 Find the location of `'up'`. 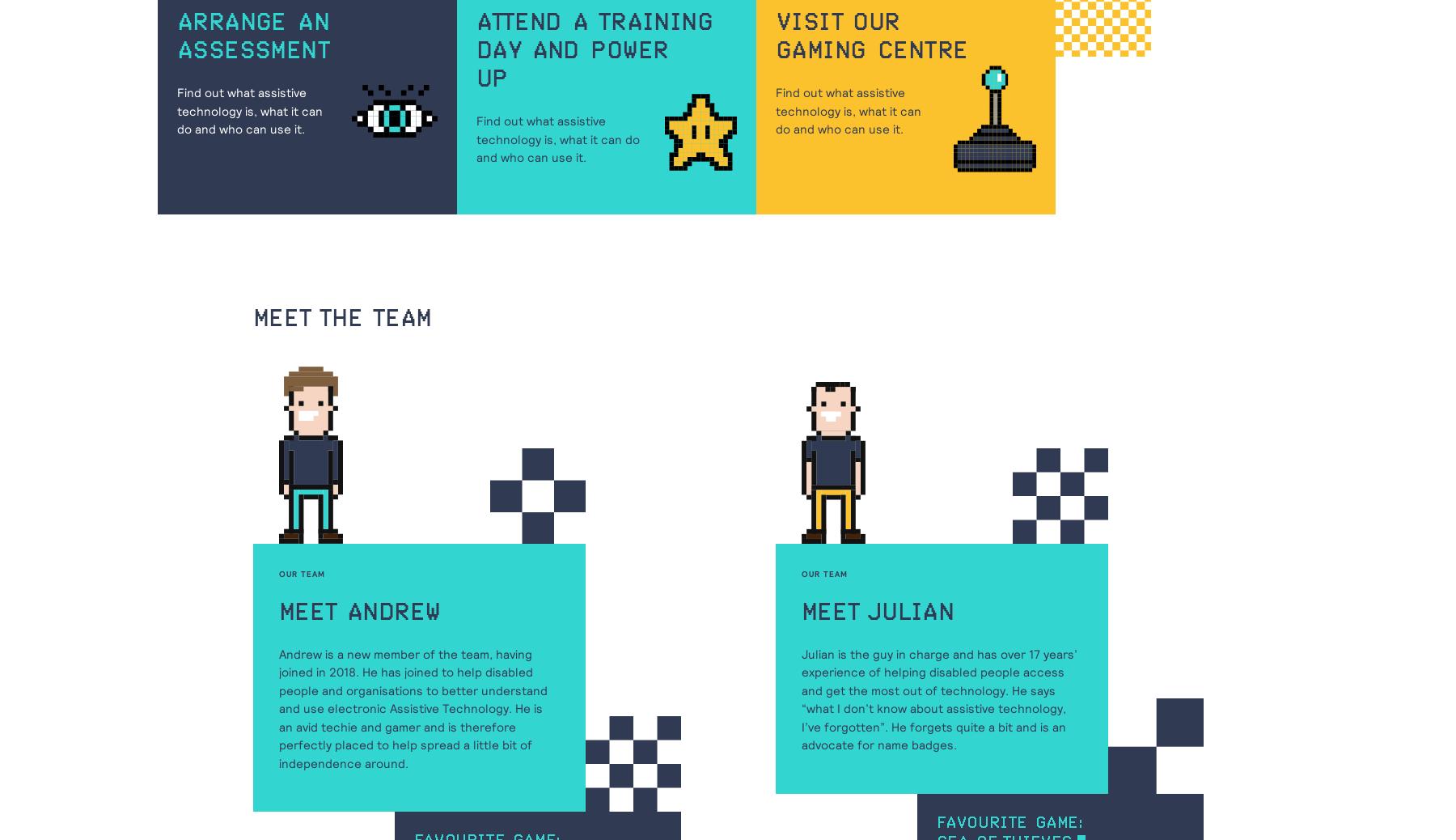

'up' is located at coordinates (476, 78).